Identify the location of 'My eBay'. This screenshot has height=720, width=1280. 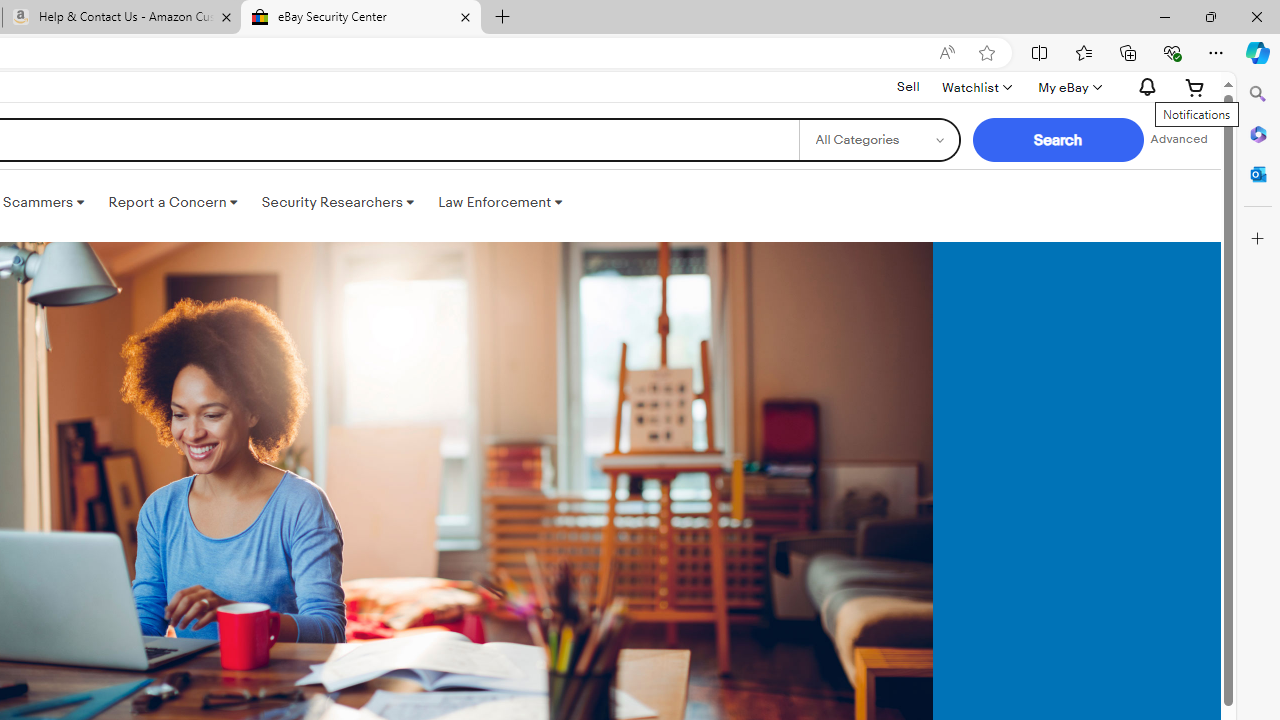
(1067, 86).